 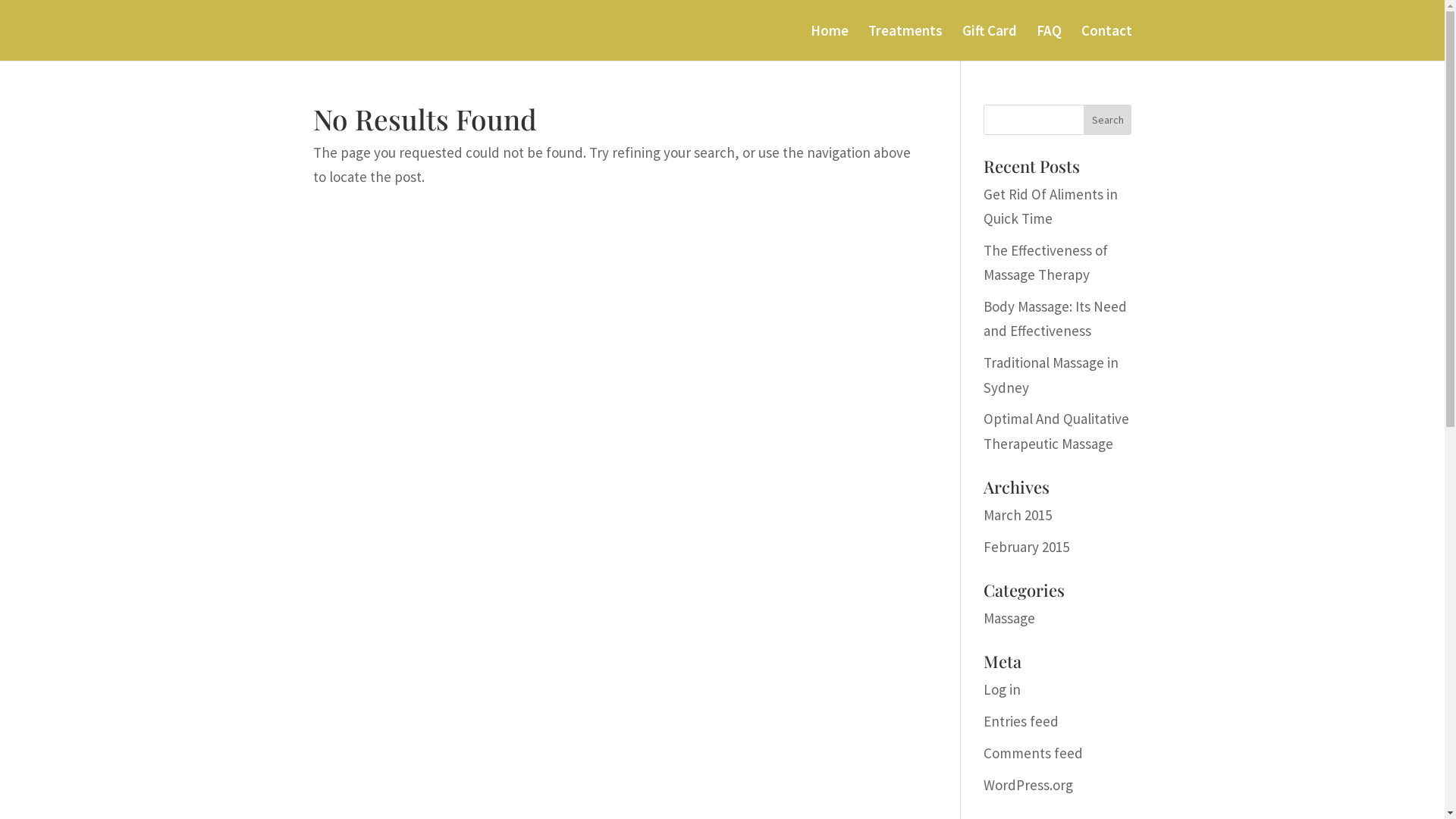 What do you see at coordinates (989, 42) in the screenshot?
I see `'Gift Card'` at bounding box center [989, 42].